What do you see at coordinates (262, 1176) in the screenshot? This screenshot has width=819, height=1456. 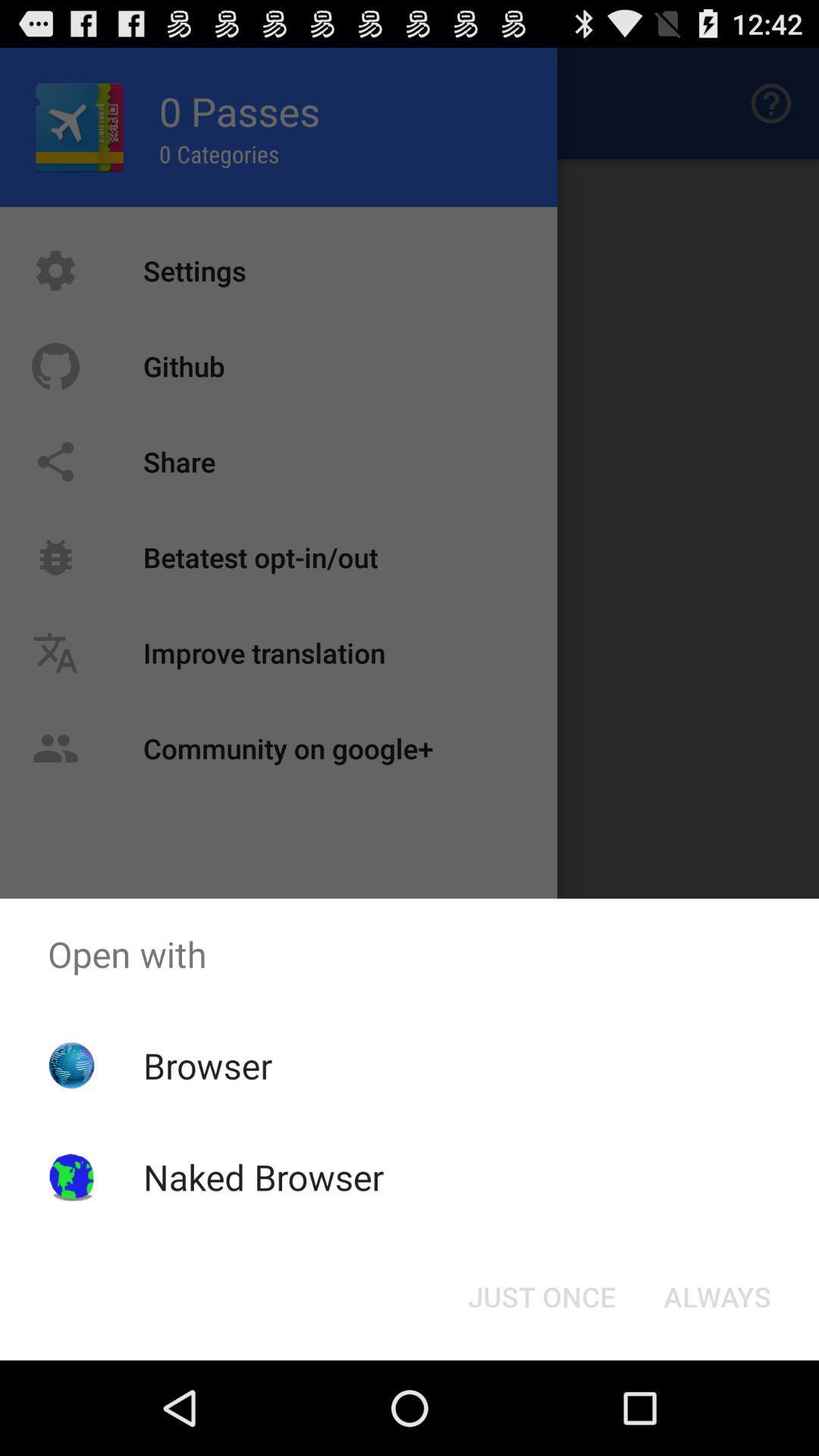 I see `icon below browser icon` at bounding box center [262, 1176].